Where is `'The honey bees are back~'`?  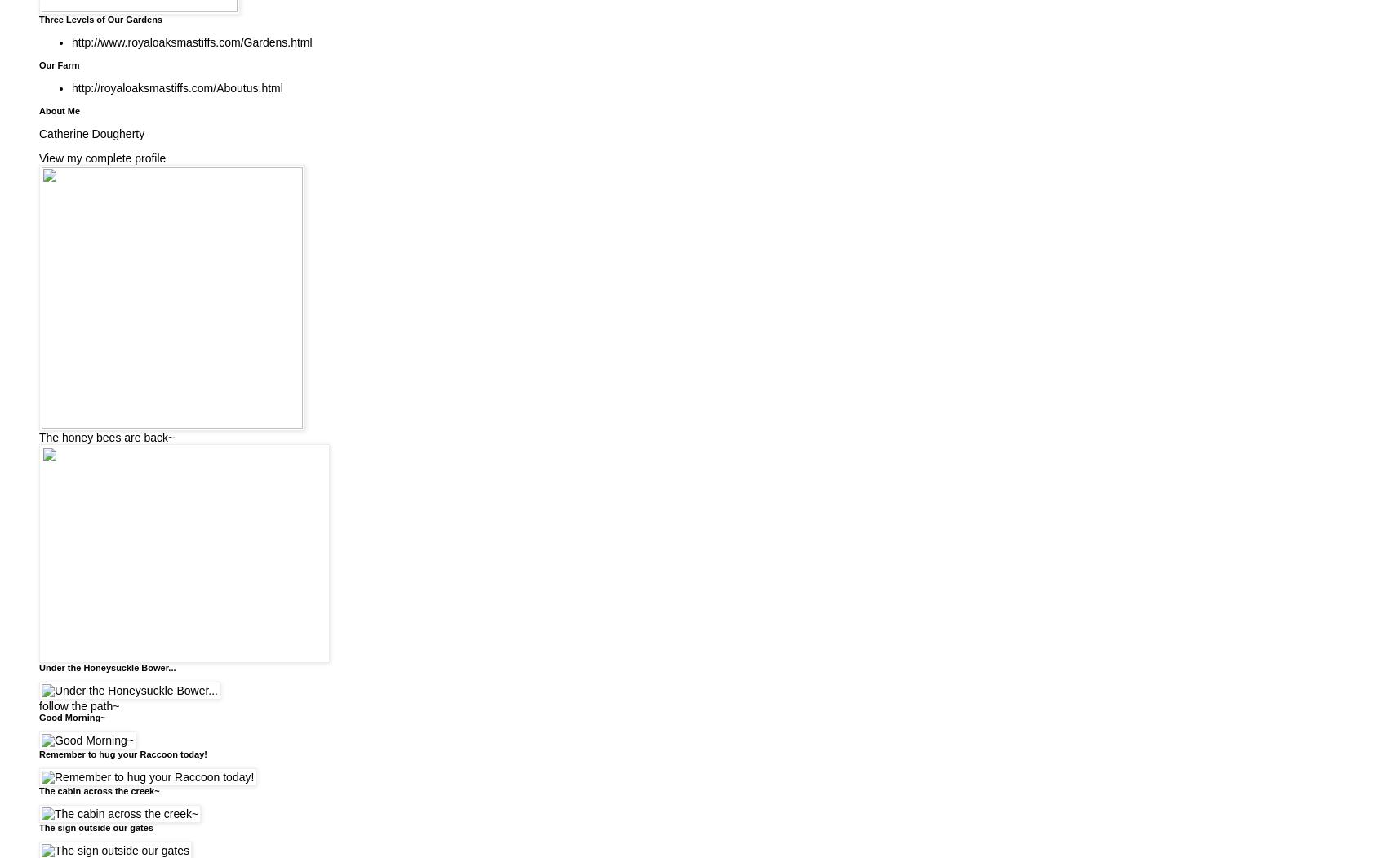
'The honey bees are back~' is located at coordinates (38, 435).